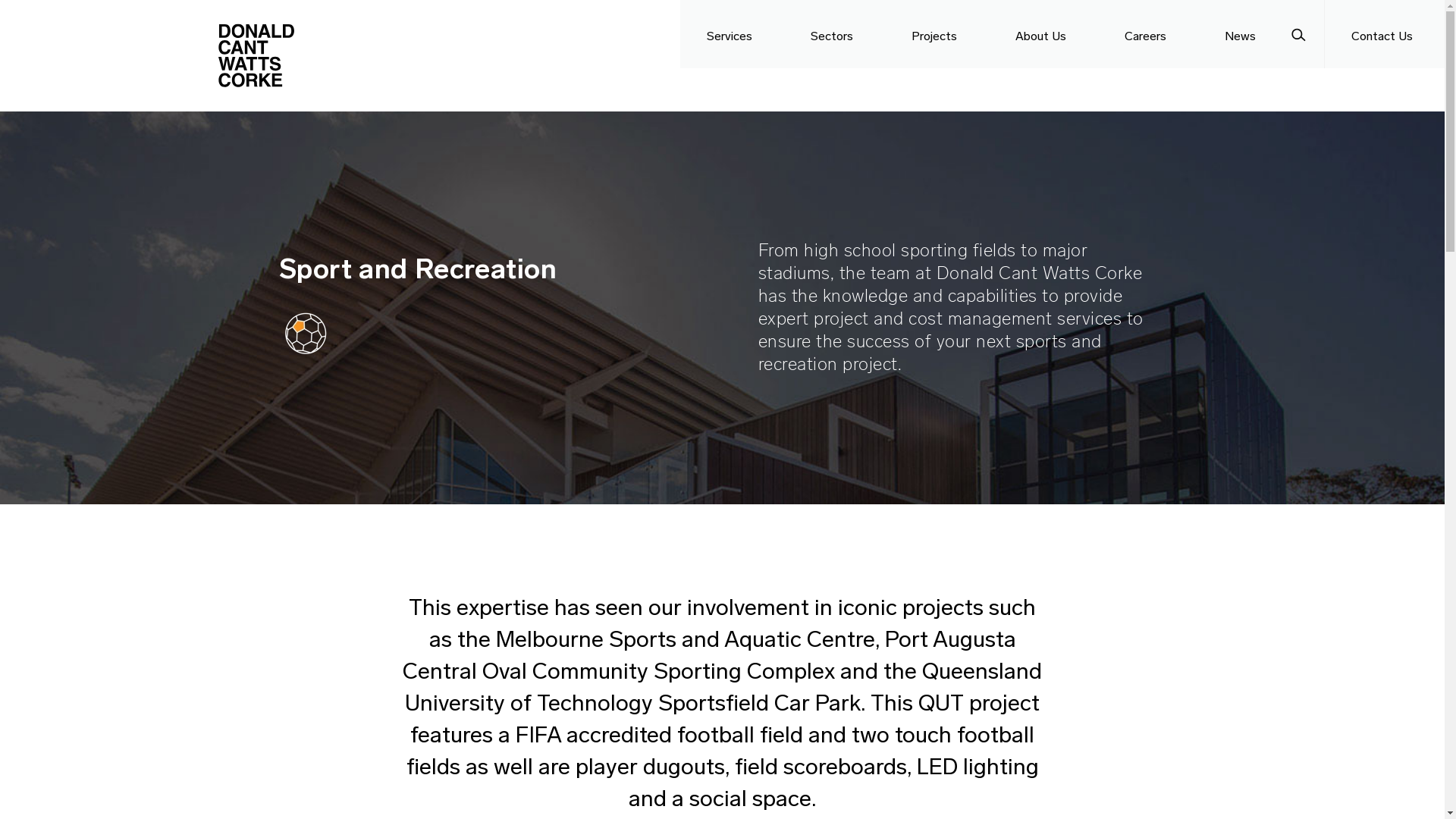  What do you see at coordinates (884, 34) in the screenshot?
I see `'Projects'` at bounding box center [884, 34].